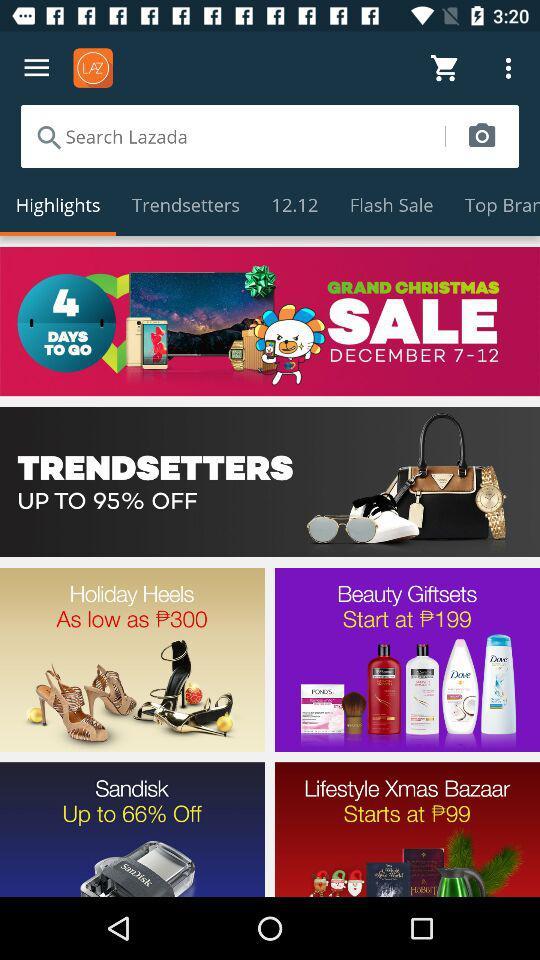 The width and height of the screenshot is (540, 960). I want to click on options, so click(36, 68).